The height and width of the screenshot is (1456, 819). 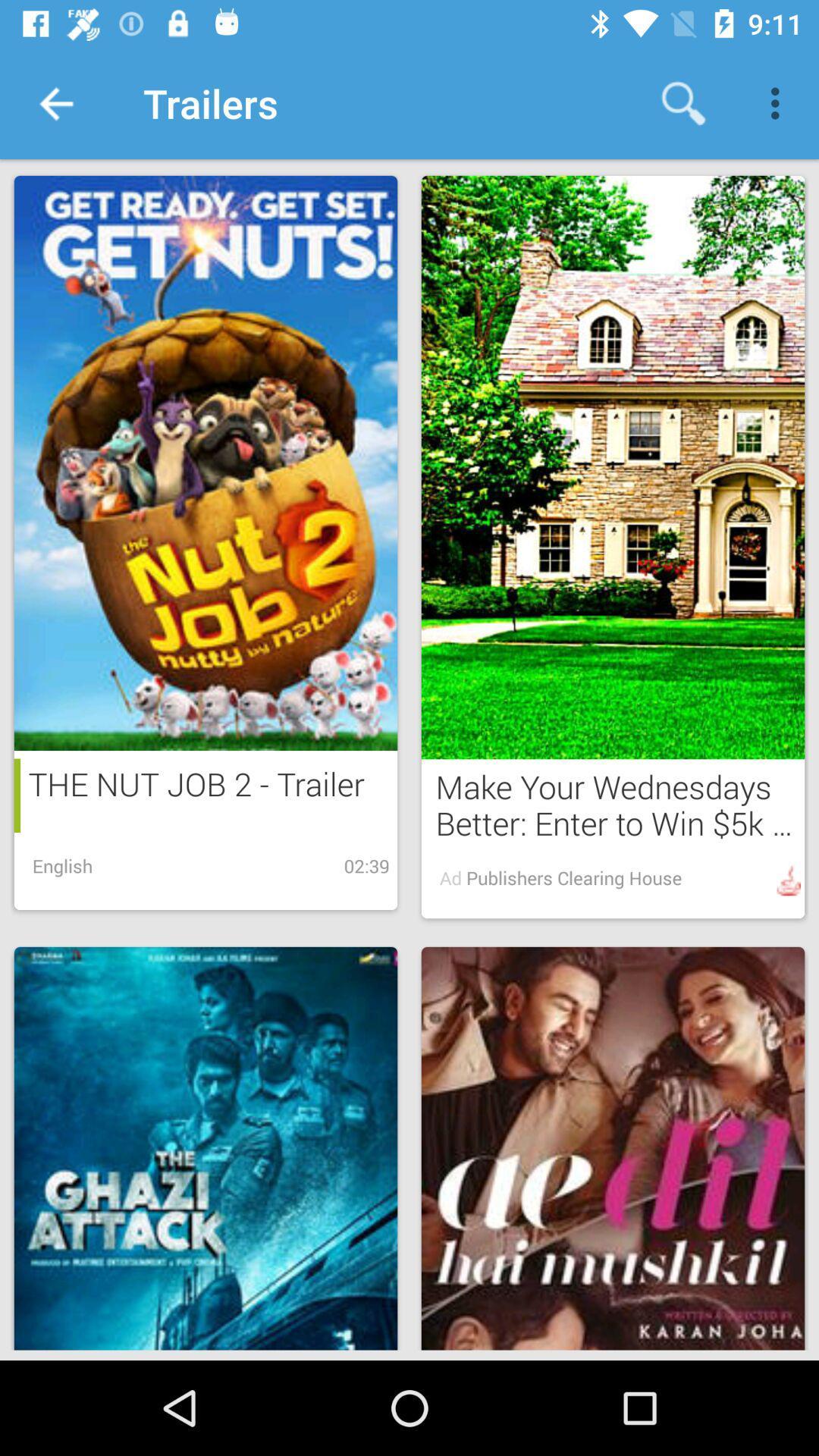 I want to click on icon next to the trailers  app, so click(x=683, y=102).